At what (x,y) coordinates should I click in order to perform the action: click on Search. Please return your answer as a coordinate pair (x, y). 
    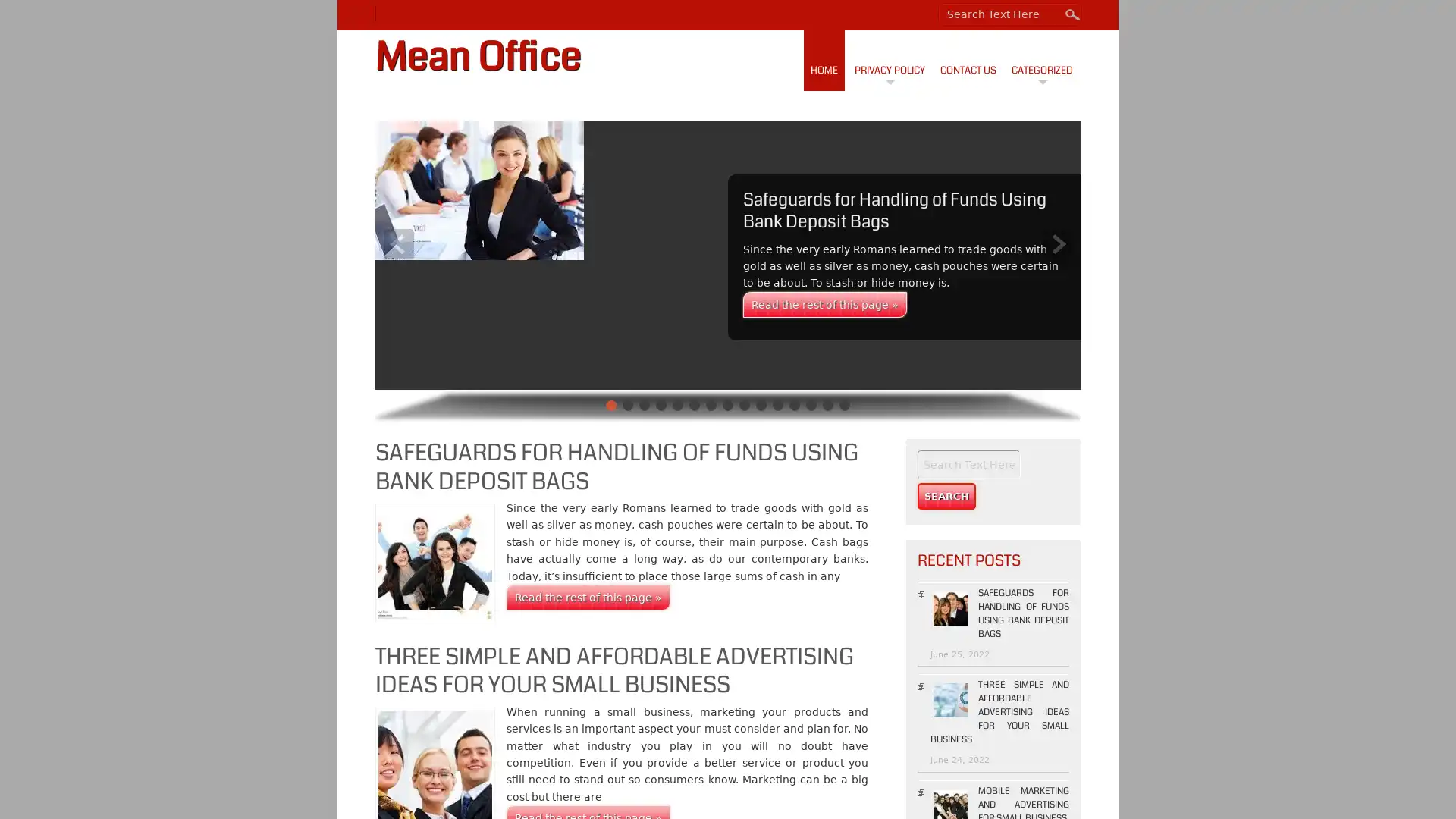
    Looking at the image, I should click on (946, 496).